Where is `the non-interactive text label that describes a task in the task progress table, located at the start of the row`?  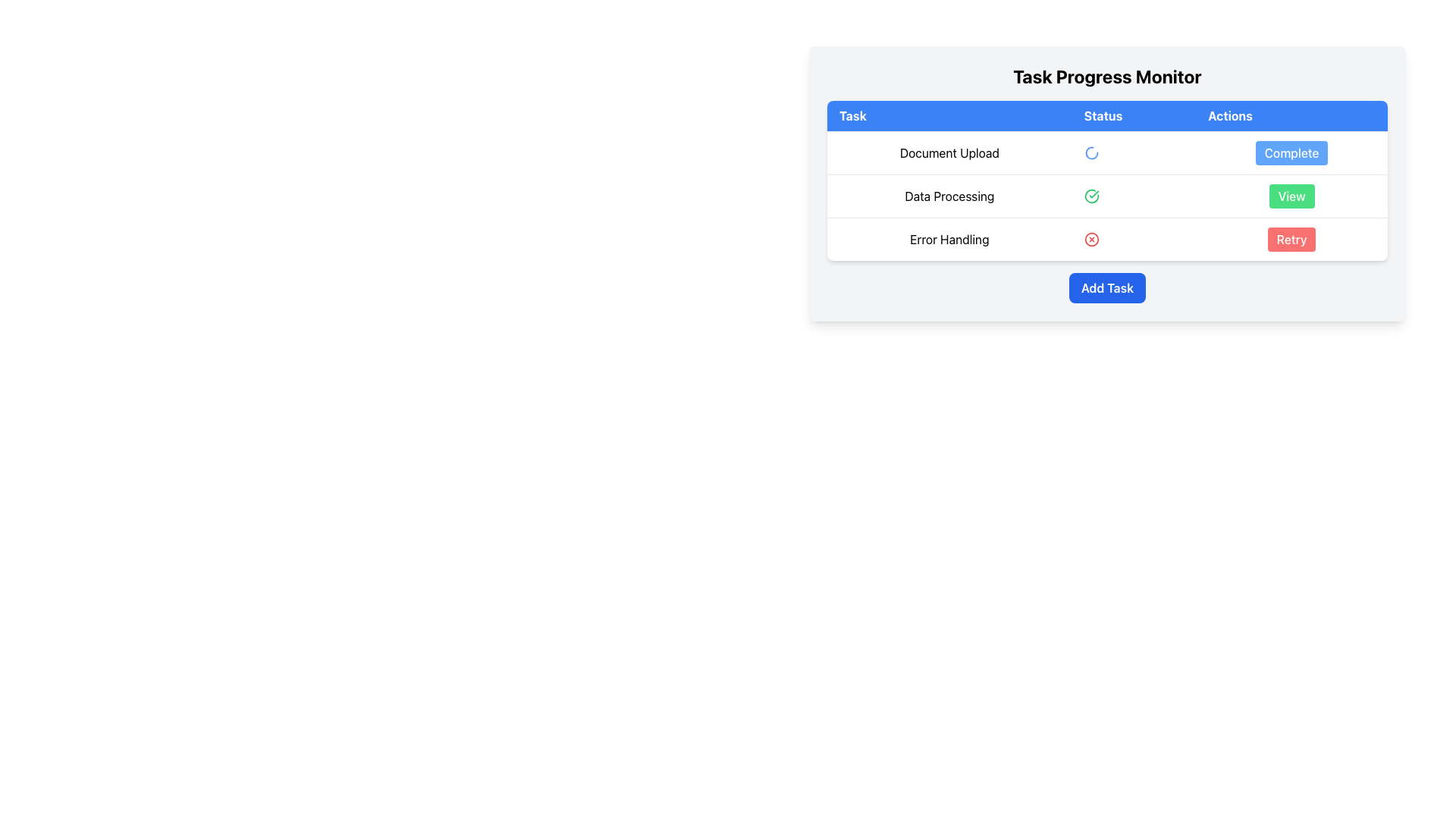 the non-interactive text label that describes a task in the task progress table, located at the start of the row is located at coordinates (949, 239).